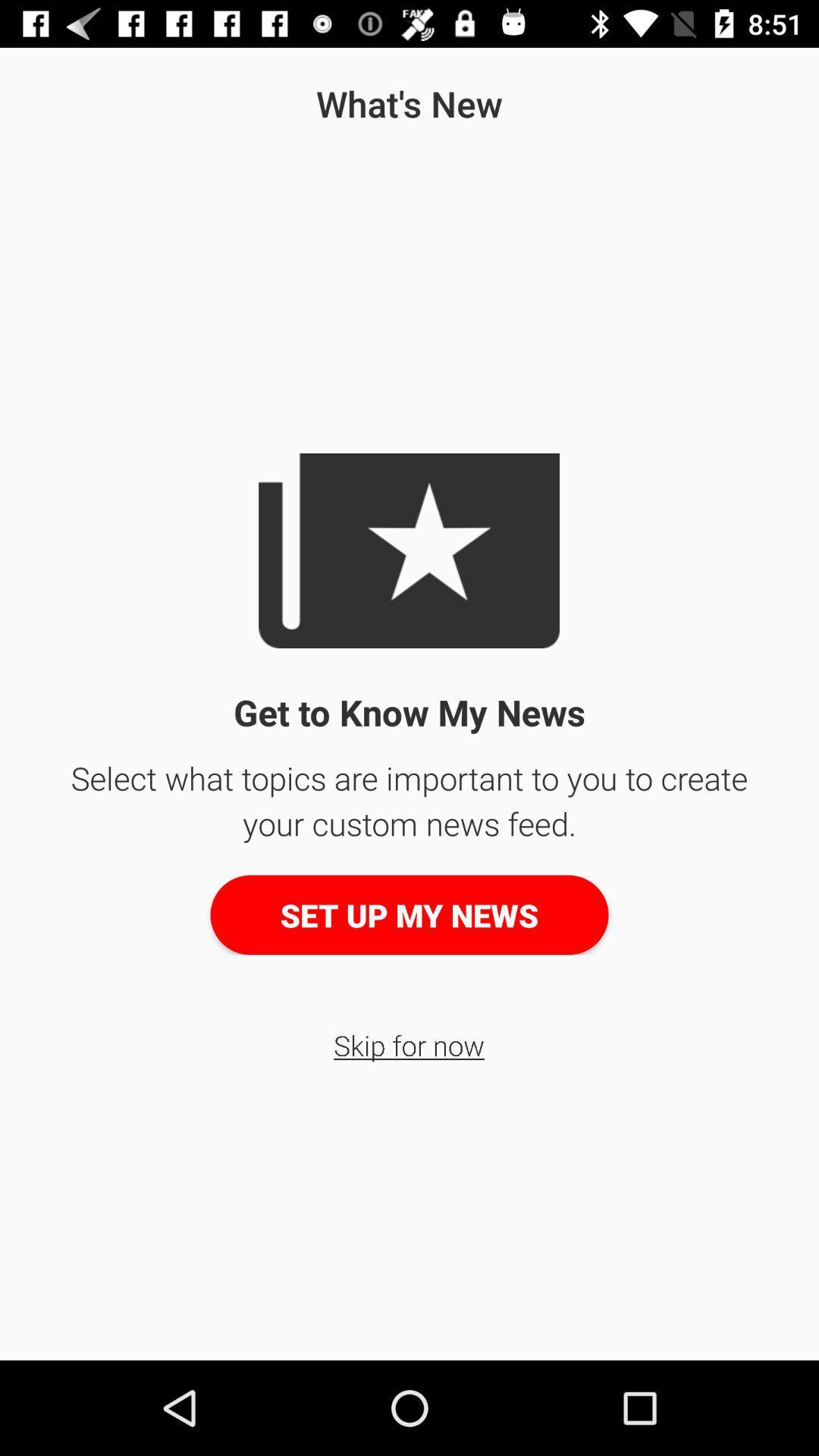  What do you see at coordinates (409, 914) in the screenshot?
I see `set up my` at bounding box center [409, 914].